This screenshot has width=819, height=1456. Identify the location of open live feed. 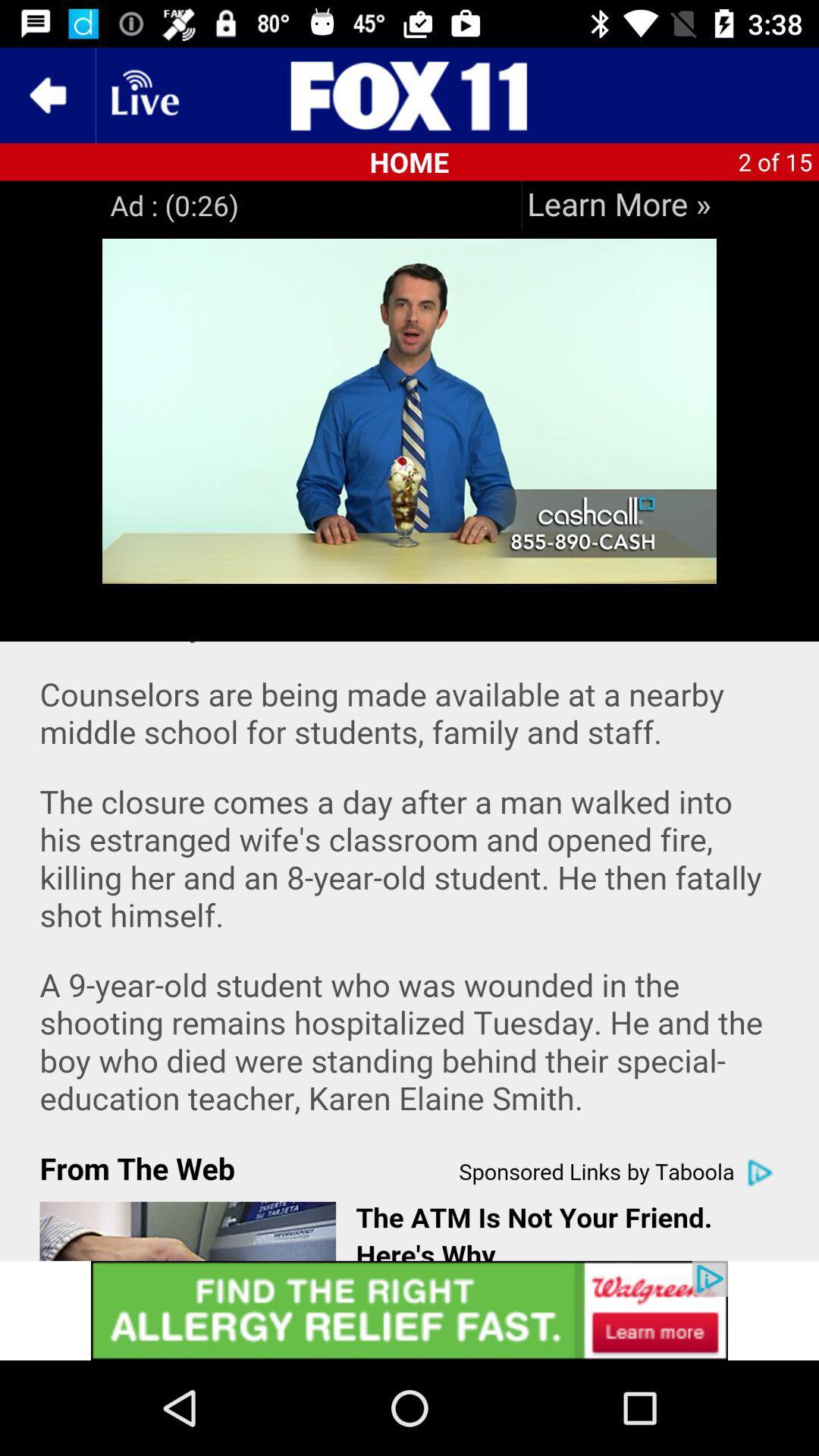
(143, 94).